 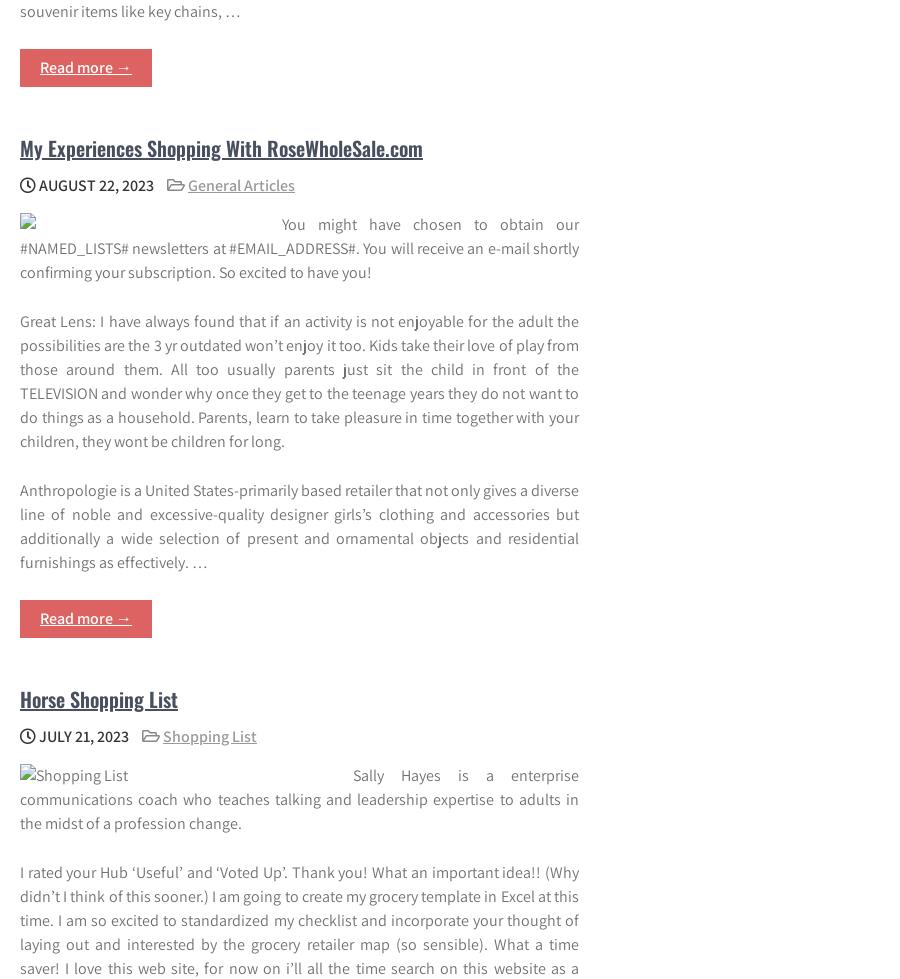 I want to click on 'You might have chosen to obtain our #NAMED_LISTS# newsletters at #EMAIL_ADDRESS#. You will receive an e-mail shortly confirming your subscription. So excited to have you!', so click(x=18, y=247).